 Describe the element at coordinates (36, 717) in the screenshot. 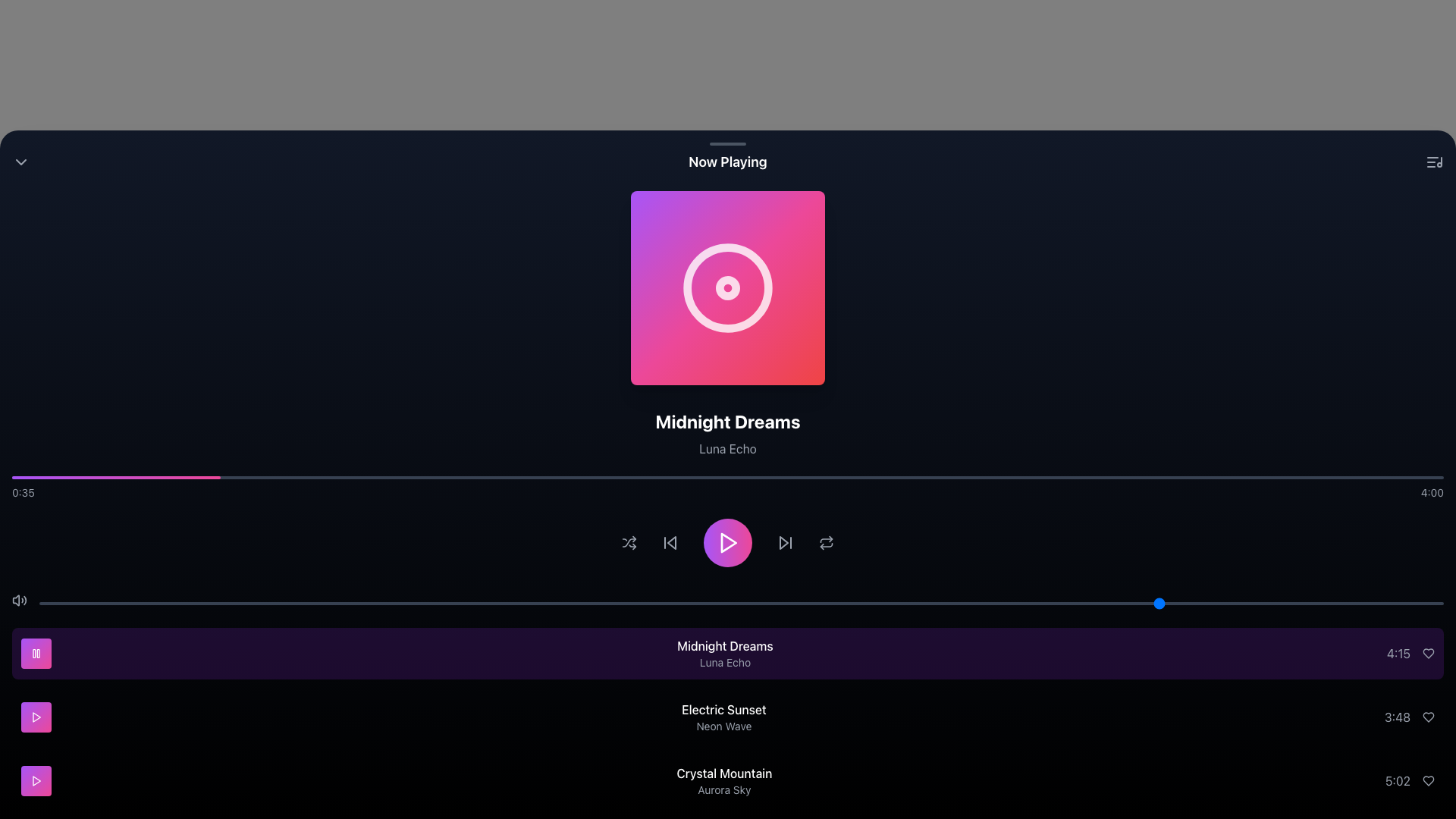

I see `the triangular play icon with an outline style located within a pink square button, which is the third button in the playback control panel of the audio player interface to play the media` at that location.